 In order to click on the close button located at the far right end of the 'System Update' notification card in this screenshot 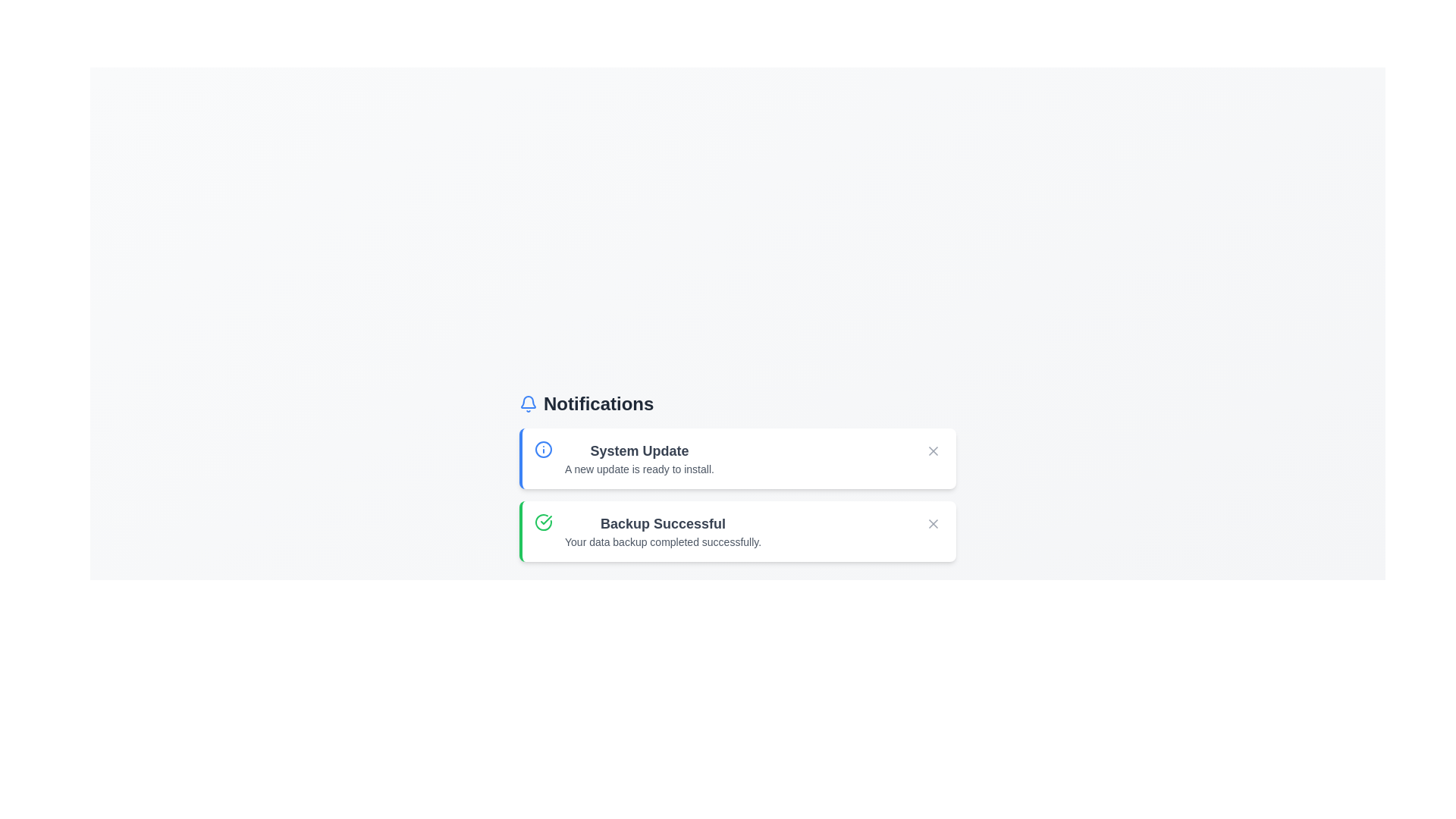, I will do `click(932, 450)`.